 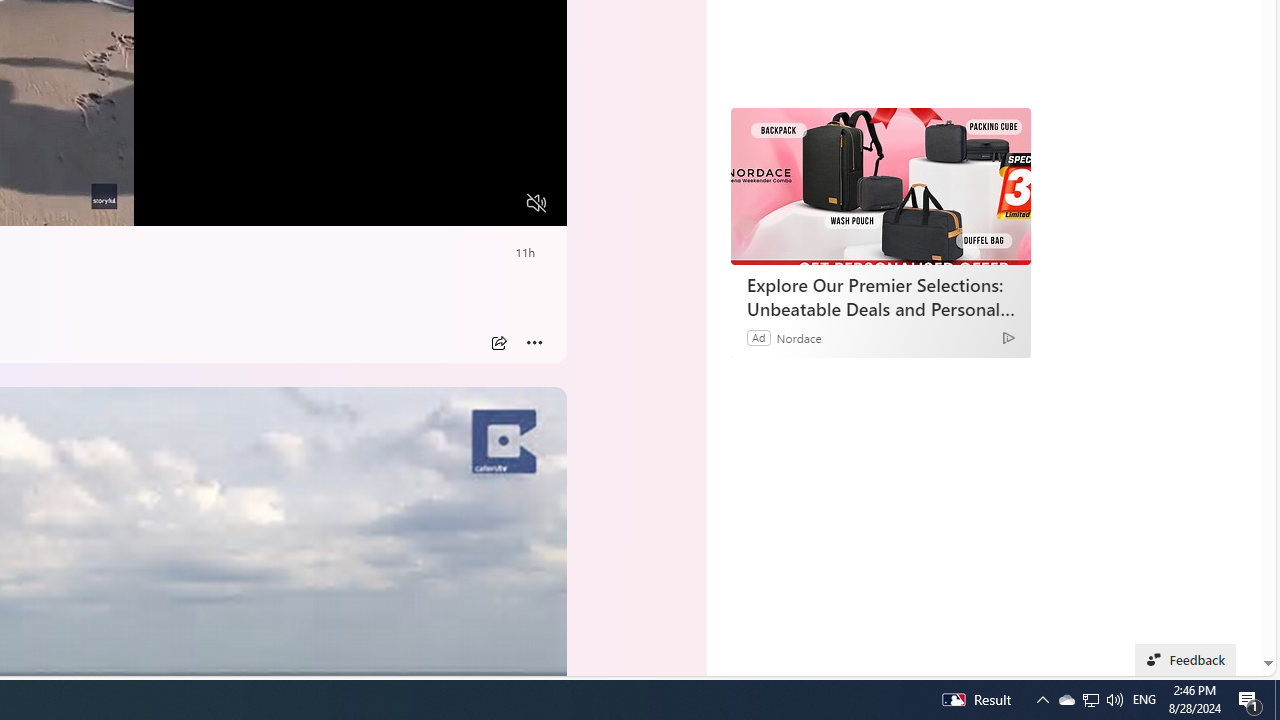 What do you see at coordinates (1008, 336) in the screenshot?
I see `'Ad Choice'` at bounding box center [1008, 336].